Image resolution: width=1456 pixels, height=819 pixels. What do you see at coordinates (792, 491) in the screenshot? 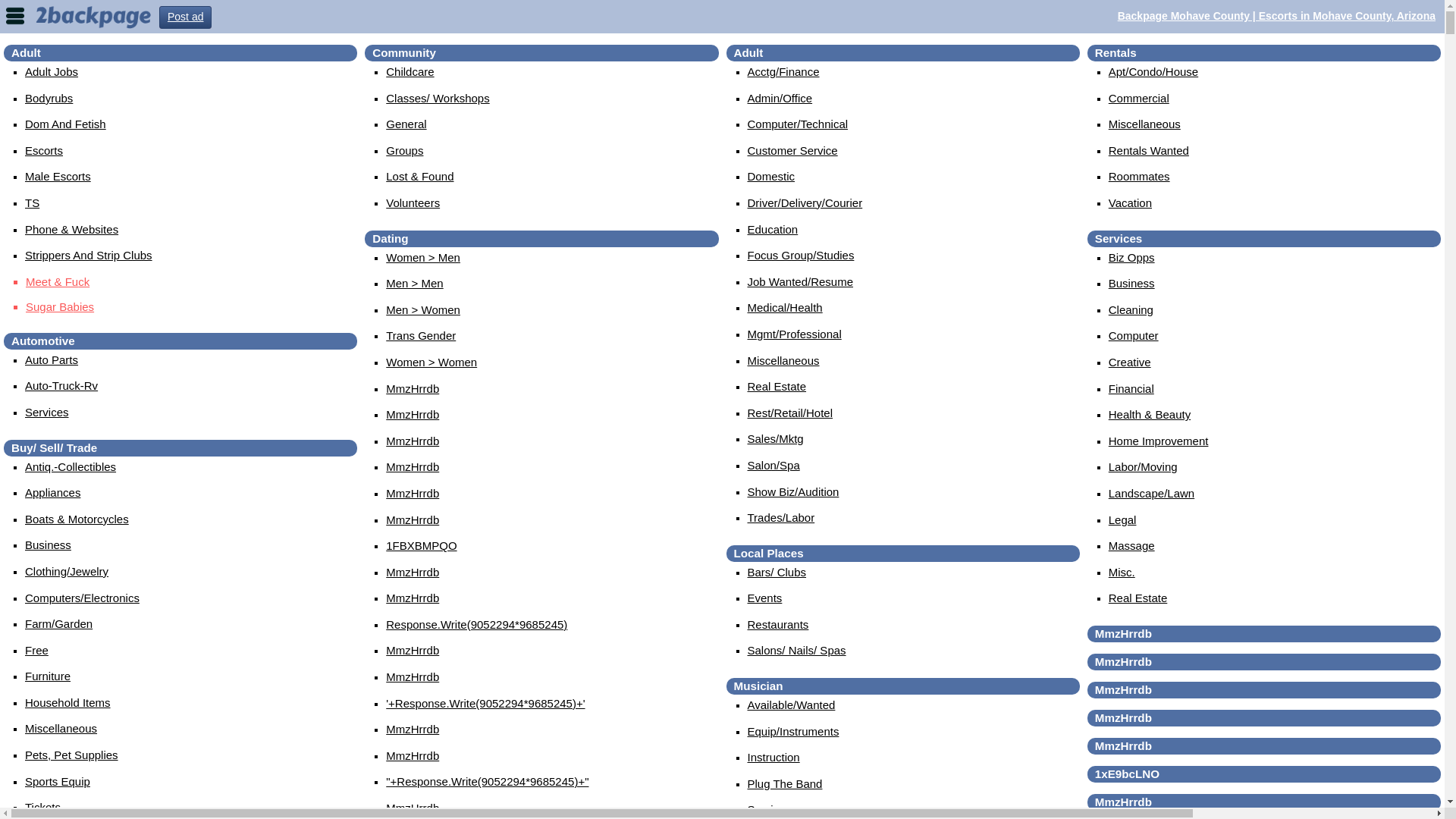
I see `'Show Biz/Audition'` at bounding box center [792, 491].